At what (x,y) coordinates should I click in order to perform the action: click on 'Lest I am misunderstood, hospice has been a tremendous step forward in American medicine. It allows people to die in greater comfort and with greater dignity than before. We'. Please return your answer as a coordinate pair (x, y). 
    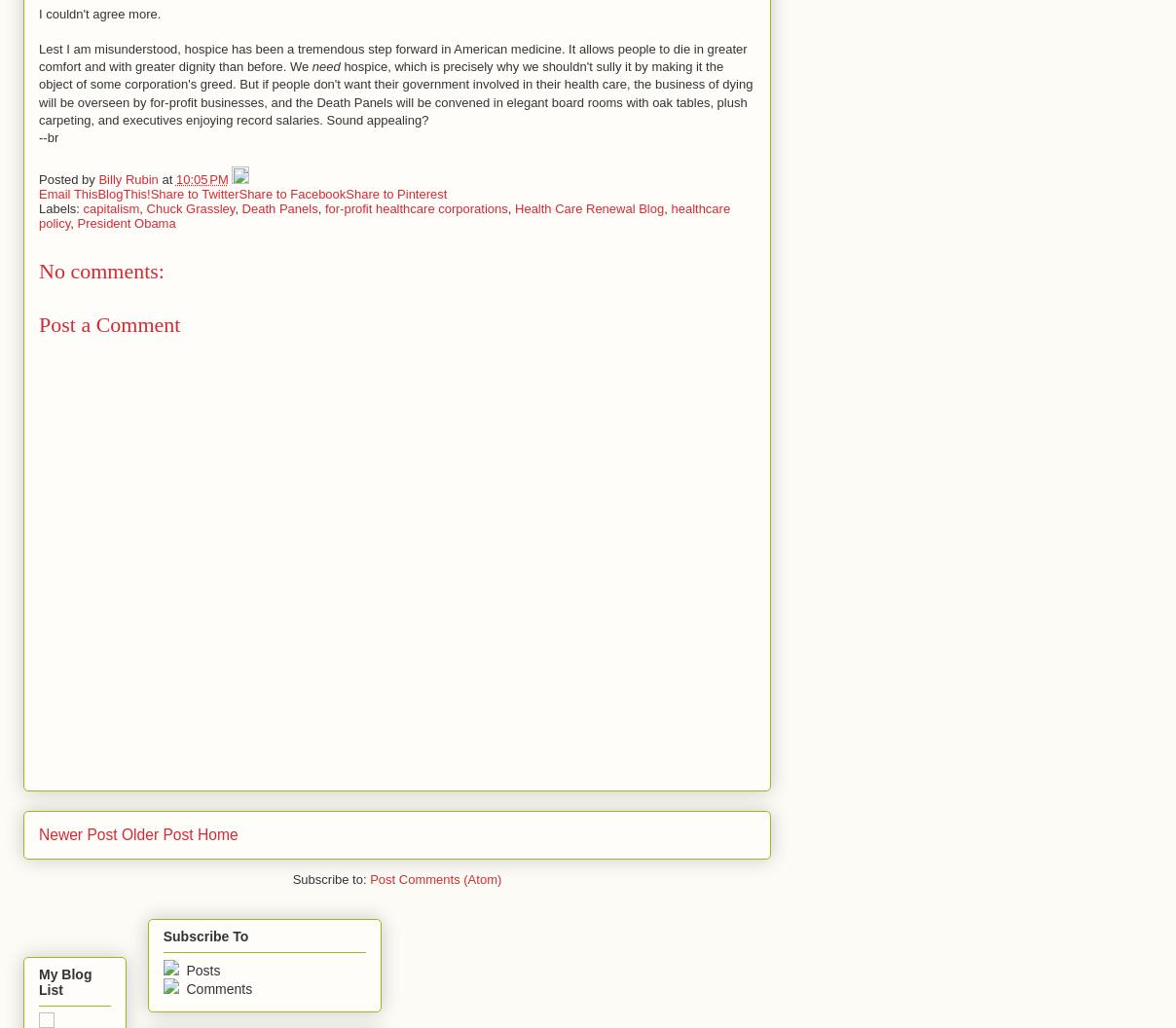
    Looking at the image, I should click on (391, 57).